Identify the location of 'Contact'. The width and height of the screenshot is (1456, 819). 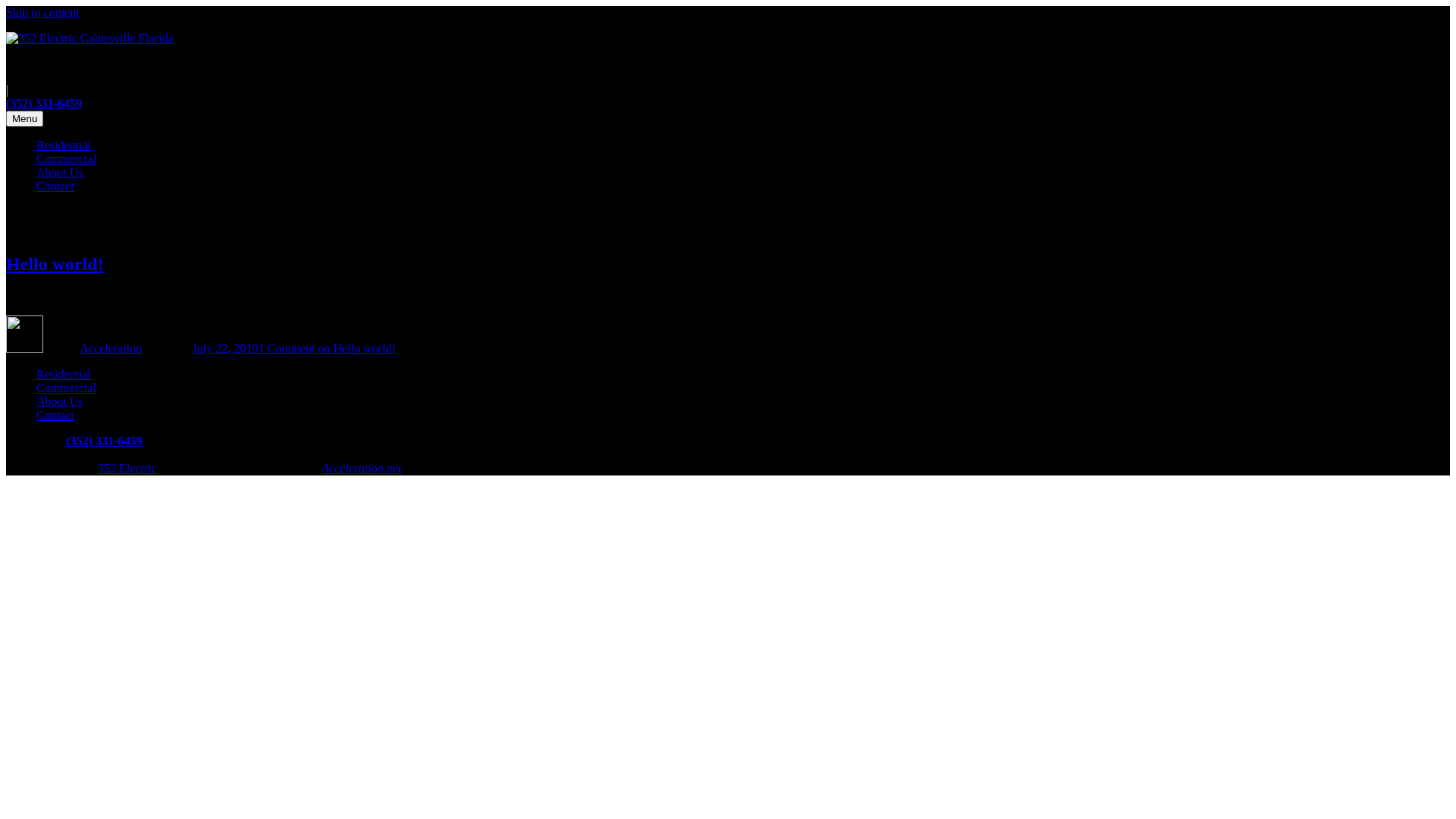
(55, 185).